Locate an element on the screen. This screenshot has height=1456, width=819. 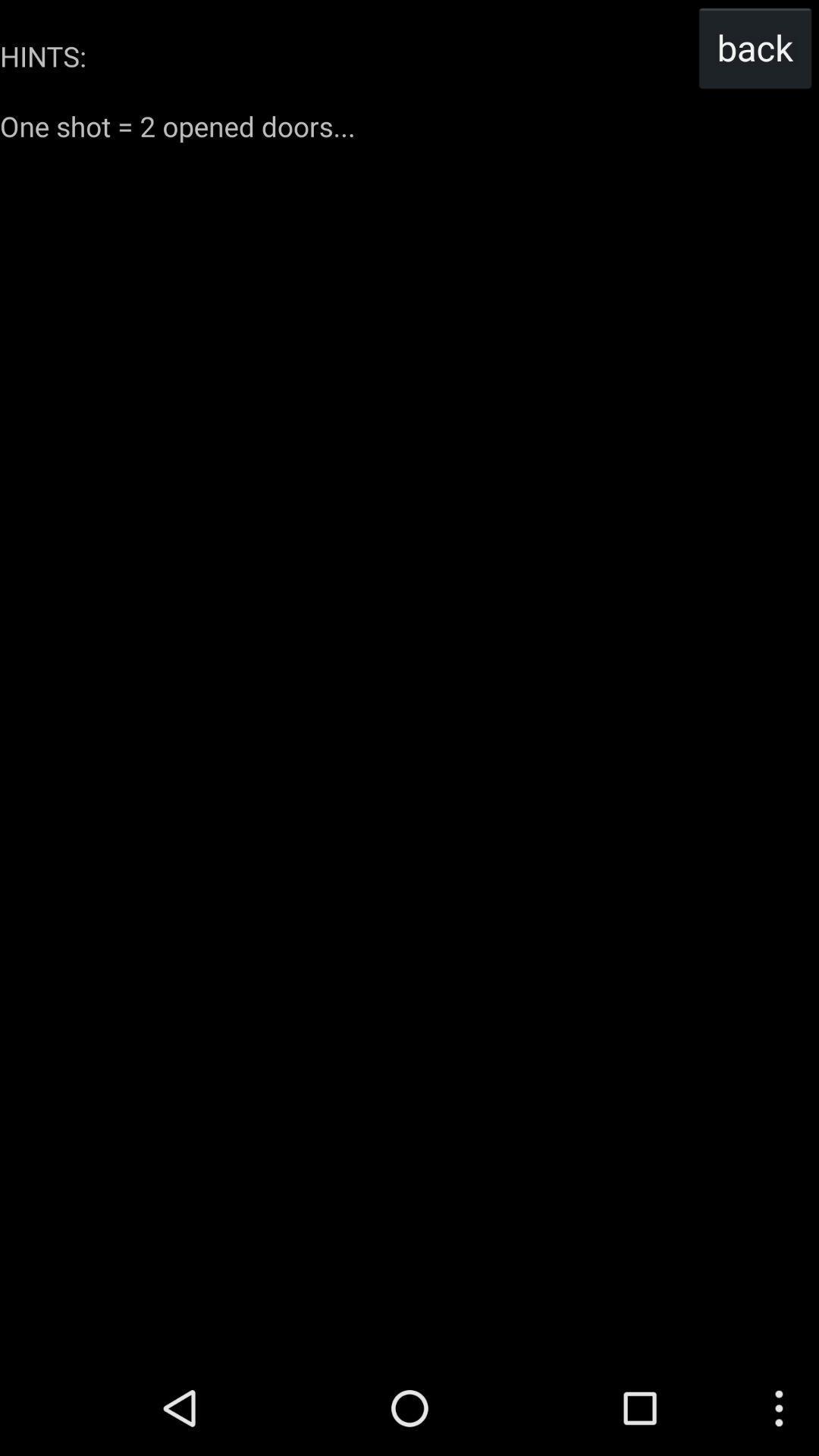
back at the top right corner is located at coordinates (755, 47).